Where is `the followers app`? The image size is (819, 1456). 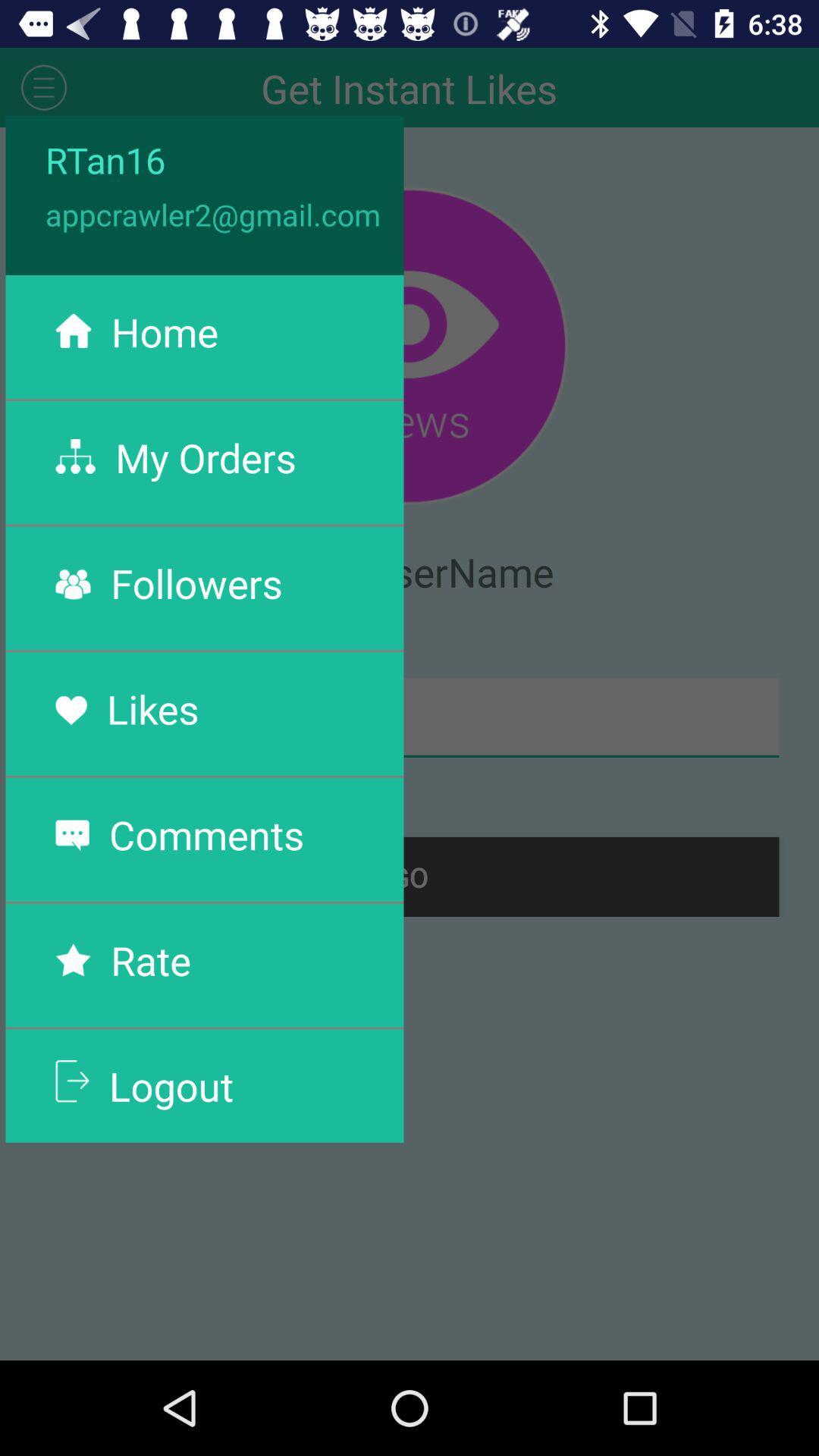 the followers app is located at coordinates (196, 582).